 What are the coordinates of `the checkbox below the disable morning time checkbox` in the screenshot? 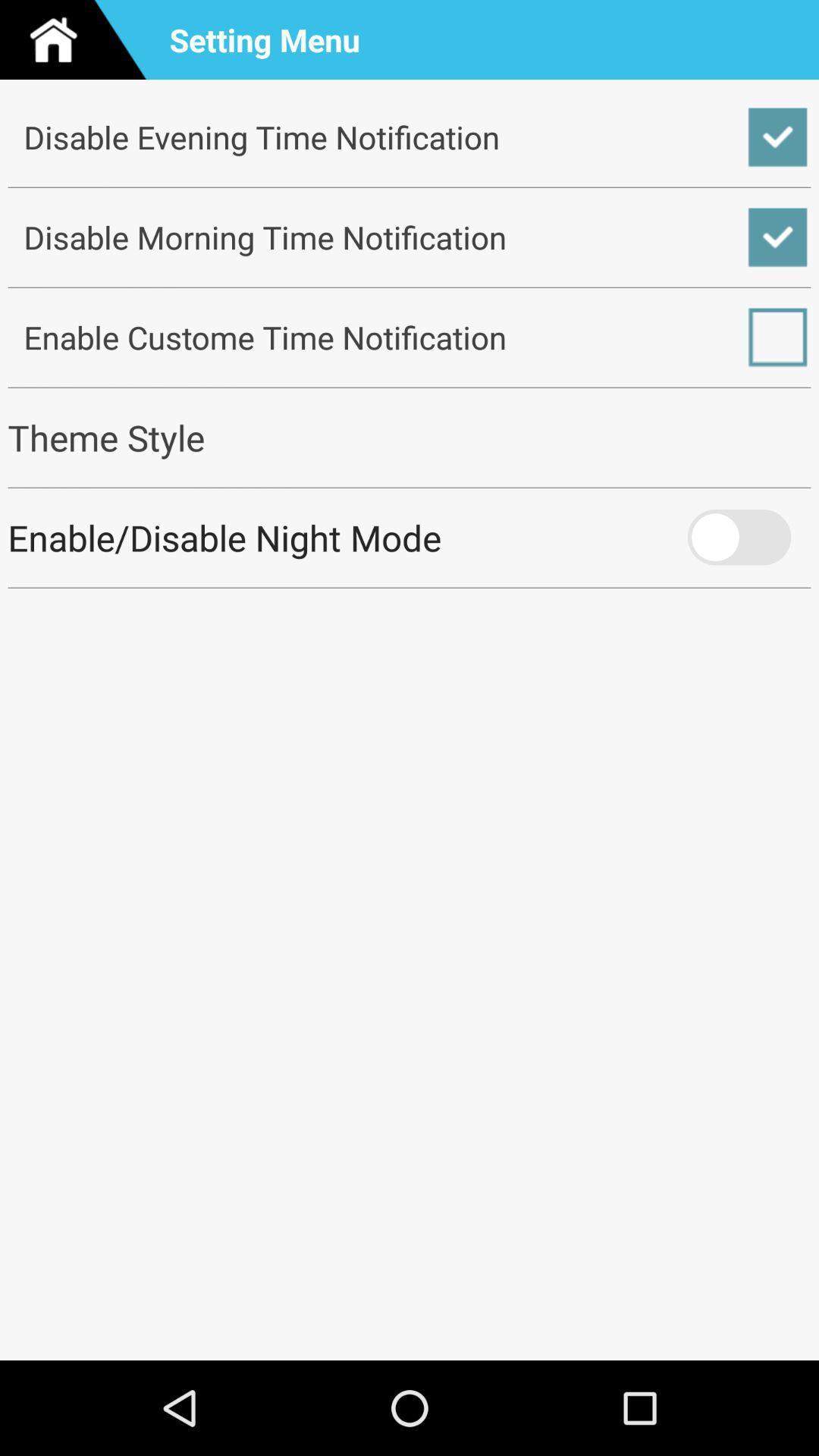 It's located at (409, 337).